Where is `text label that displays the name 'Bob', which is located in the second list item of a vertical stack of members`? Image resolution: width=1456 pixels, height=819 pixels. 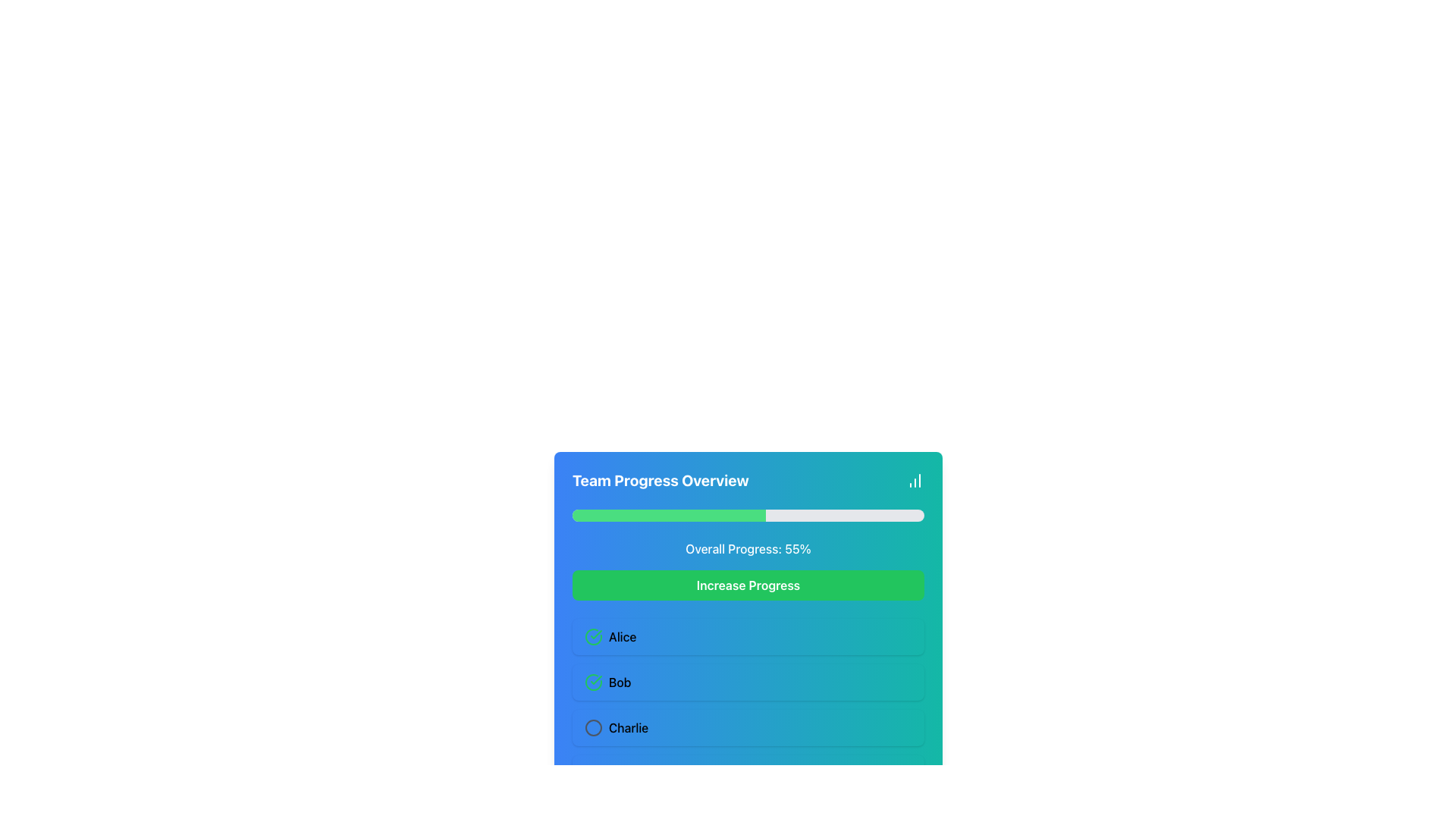 text label that displays the name 'Bob', which is located in the second list item of a vertical stack of members is located at coordinates (620, 681).